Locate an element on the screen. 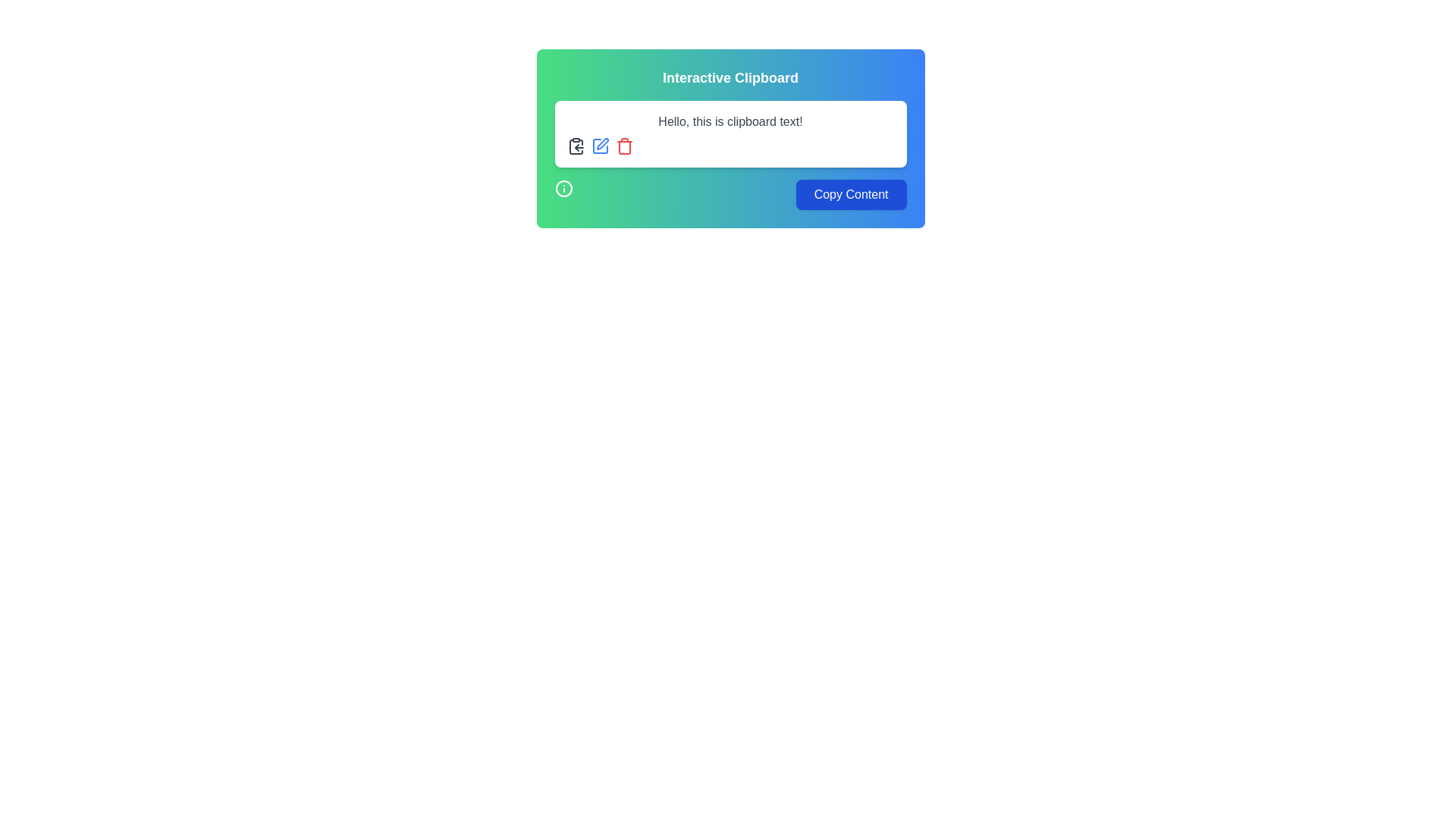 This screenshot has width=1456, height=819. the red outlined trash bin icon is located at coordinates (624, 146).